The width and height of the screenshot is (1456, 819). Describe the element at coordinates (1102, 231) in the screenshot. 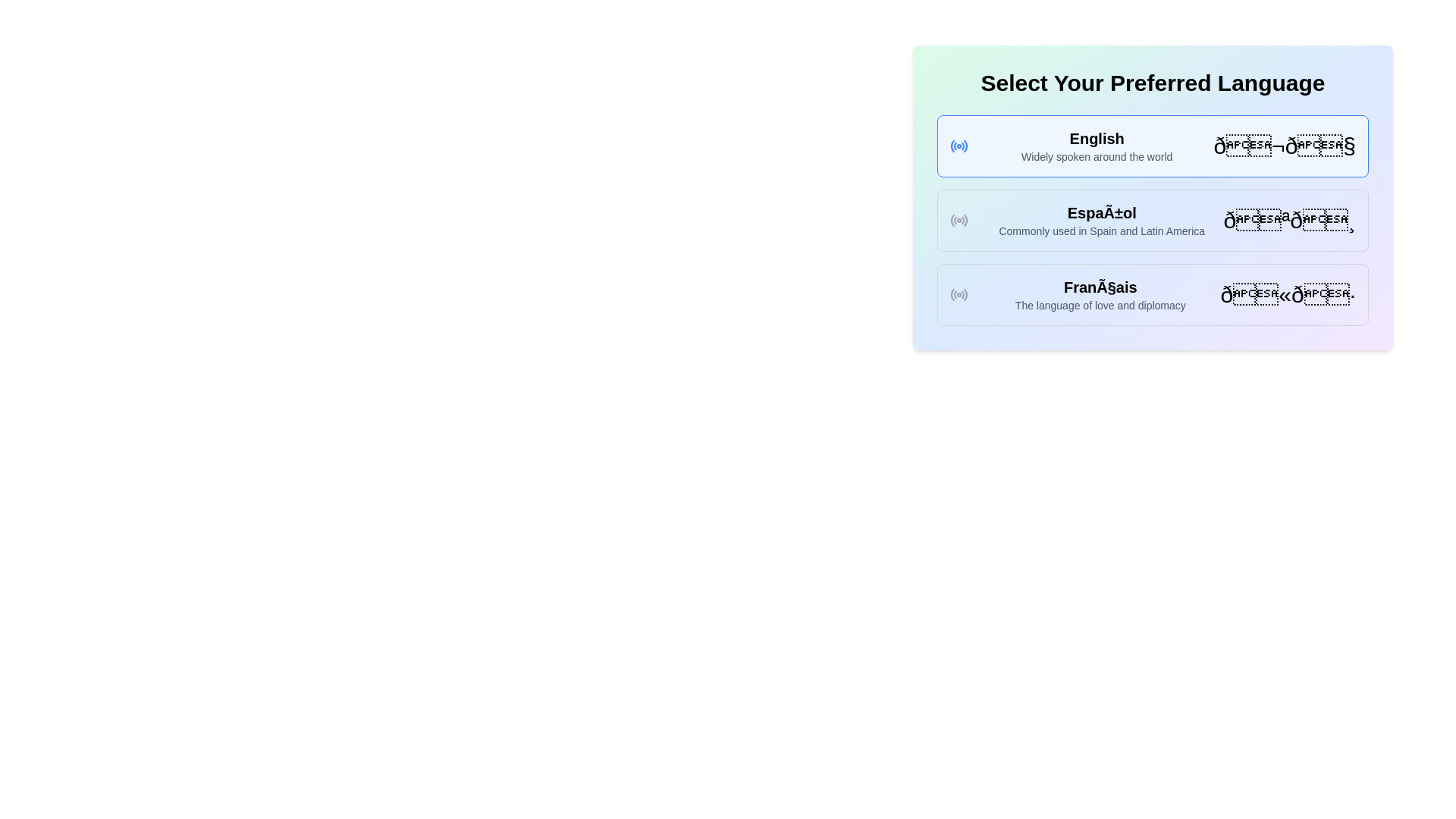

I see `the plain gray text reading 'Commonly used in Spain and Latin America', located directly below the bold text 'Español' in the language selection interface` at that location.